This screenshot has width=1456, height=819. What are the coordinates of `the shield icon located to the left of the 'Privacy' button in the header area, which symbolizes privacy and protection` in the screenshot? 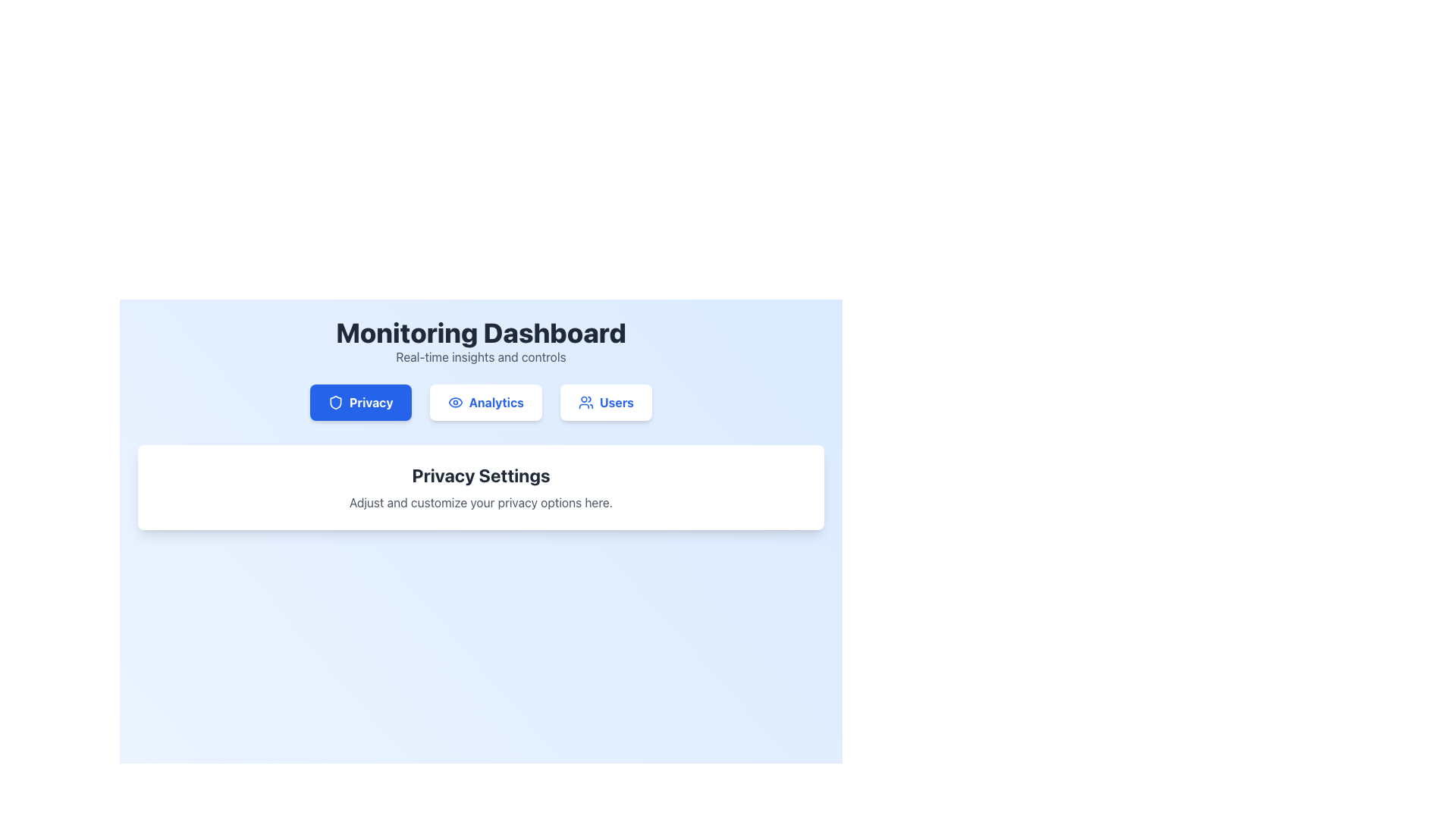 It's located at (334, 402).